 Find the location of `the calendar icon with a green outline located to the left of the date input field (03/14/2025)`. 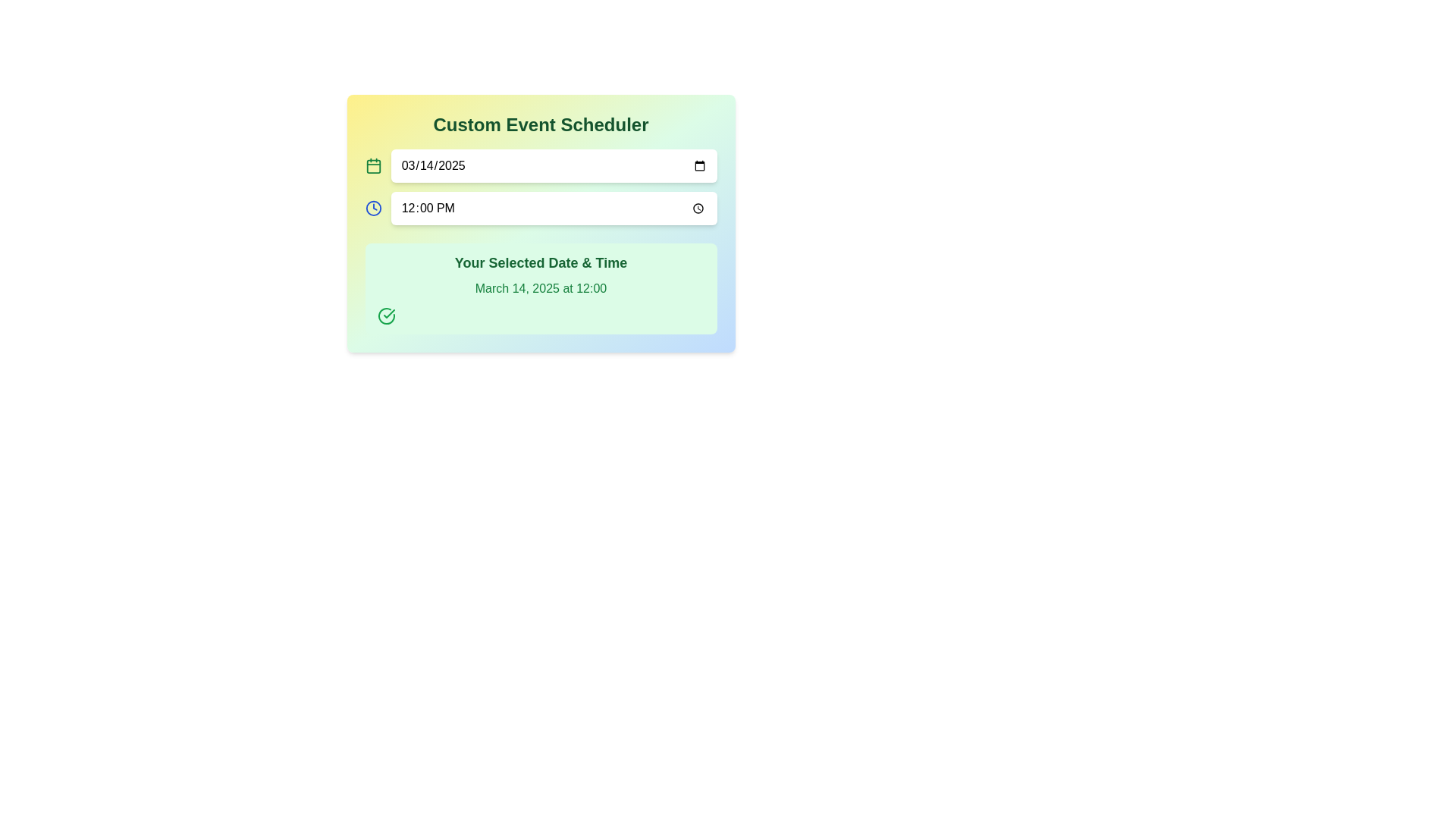

the calendar icon with a green outline located to the left of the date input field (03/14/2025) is located at coordinates (373, 166).